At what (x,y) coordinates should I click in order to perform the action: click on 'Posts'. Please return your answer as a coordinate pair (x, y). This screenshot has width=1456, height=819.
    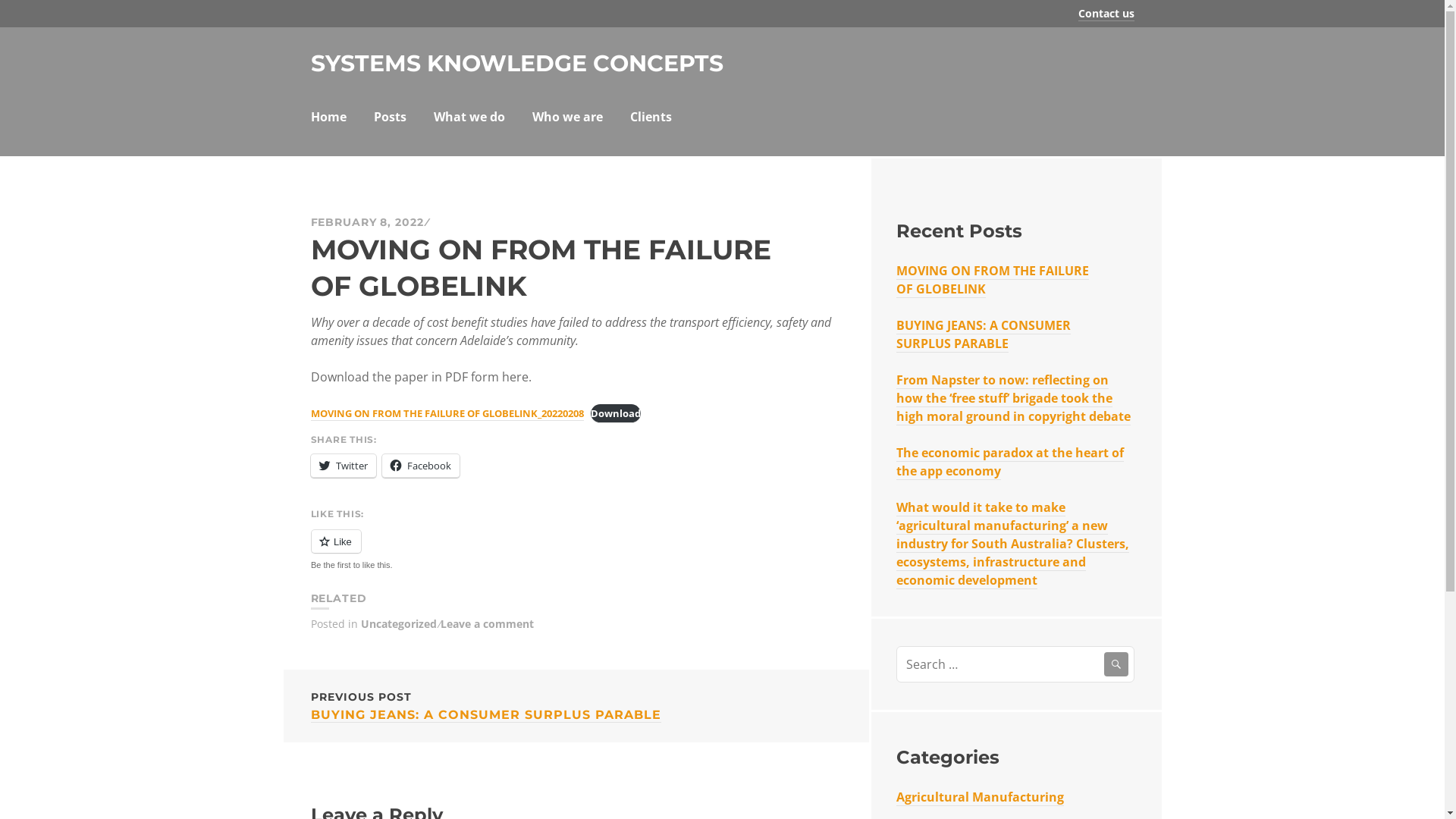
    Looking at the image, I should click on (389, 118).